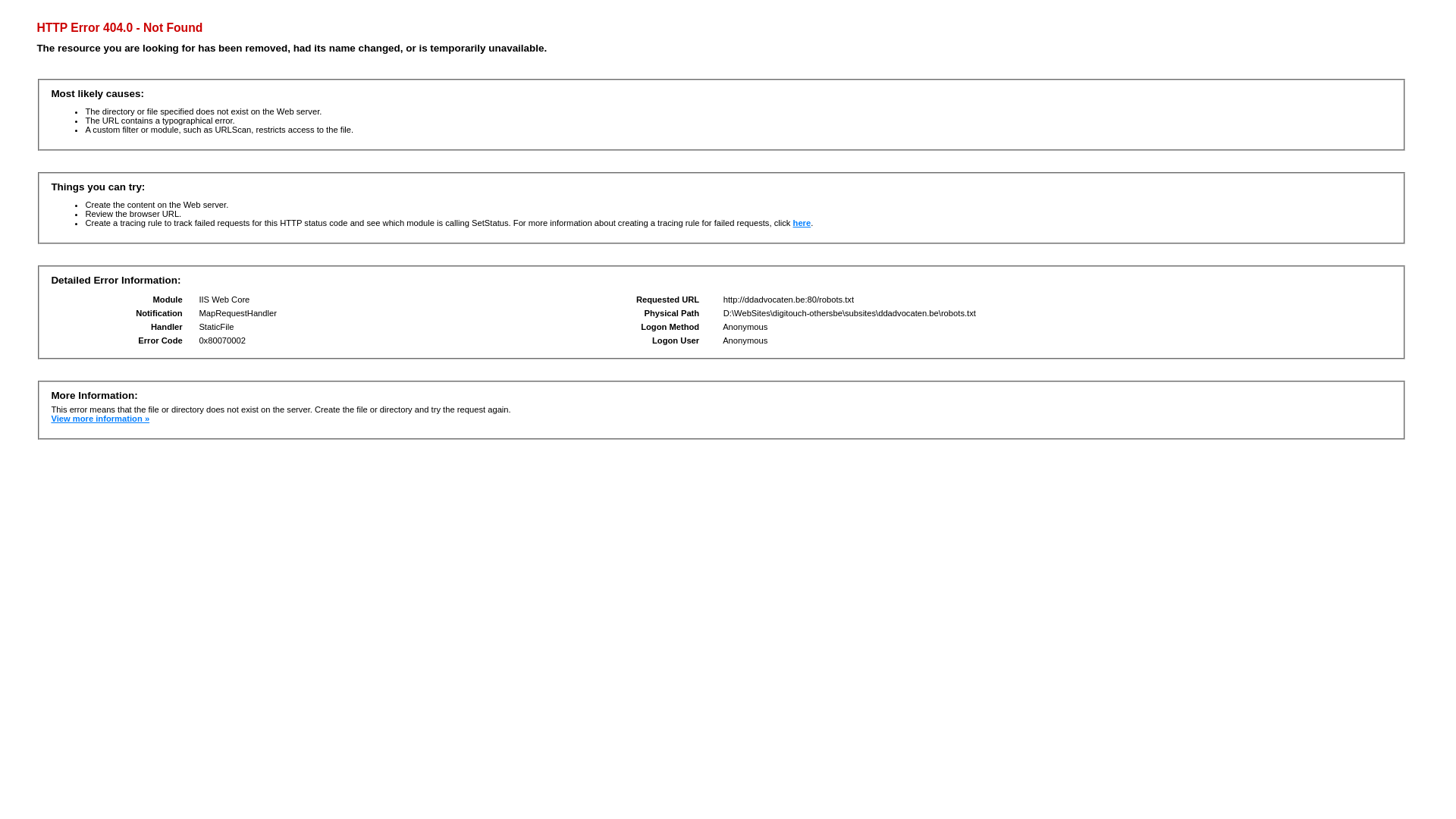  I want to click on 'here', so click(801, 222).